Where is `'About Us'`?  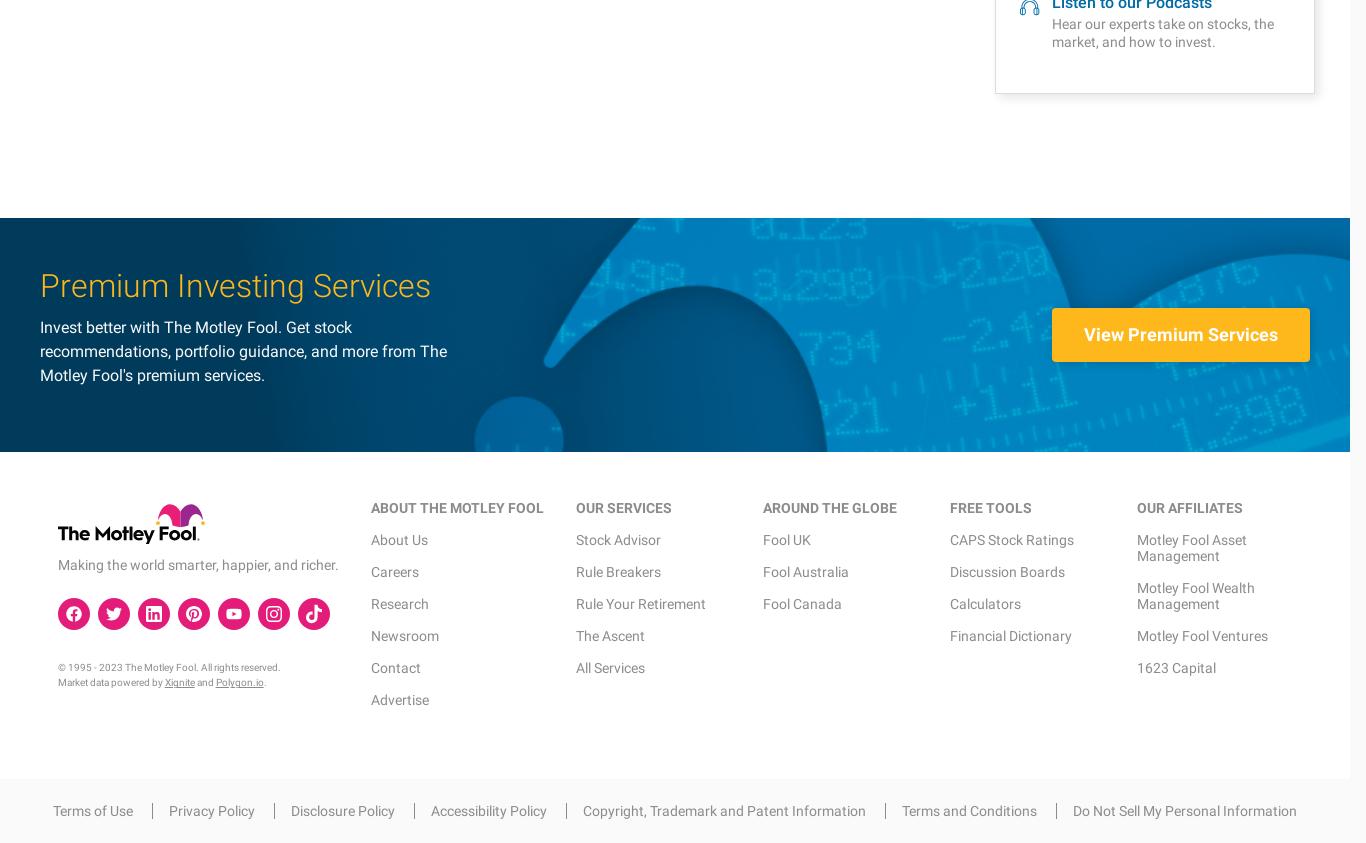 'About Us' is located at coordinates (397, 83).